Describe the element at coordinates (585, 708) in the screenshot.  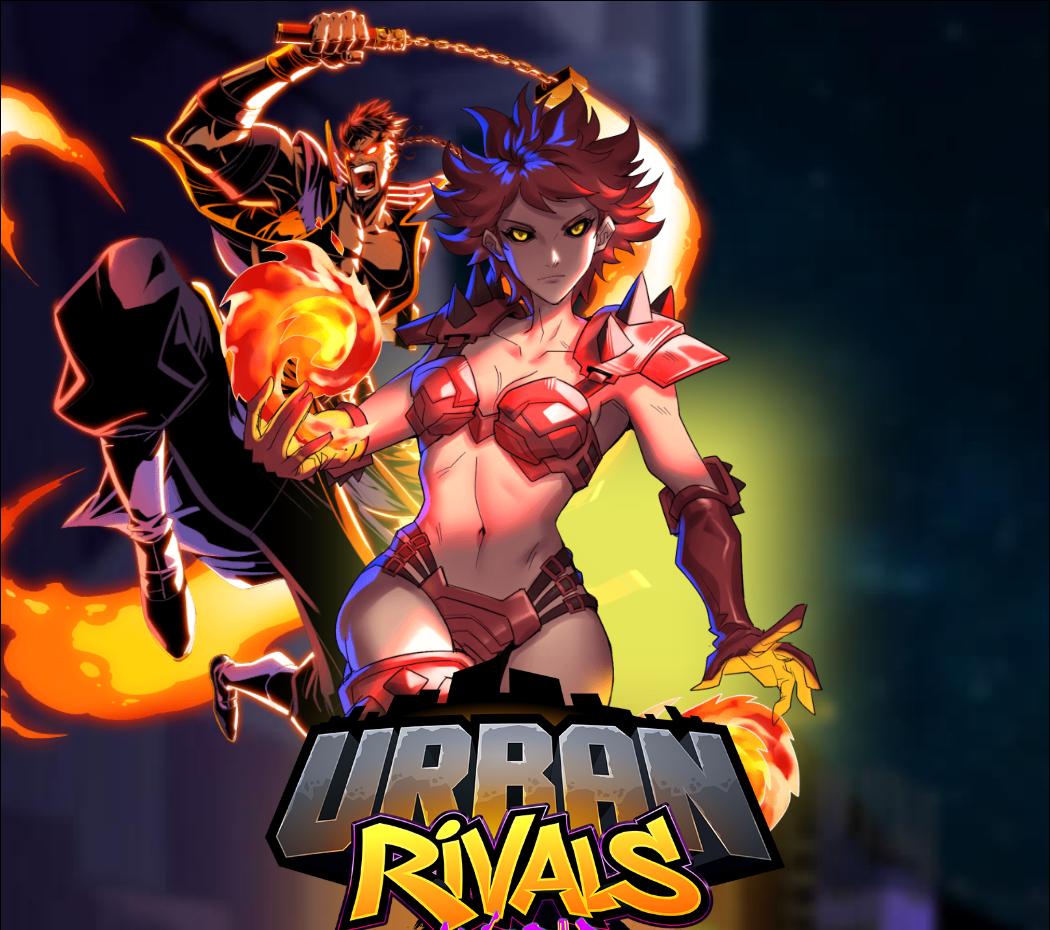
I see `'The city also has some unusual places, some of which are not at all recommendable. From the furious motel BERZERK, to the post-apocalyptic desert RAPTORS, and the pirate ship PIRANAS, to the asylum of mad artists PARADOX, the unhealthy circus of FREAKS, and the space farmers COSMOHNUT, it seems that everyone here has completely lost their mind!'` at that location.